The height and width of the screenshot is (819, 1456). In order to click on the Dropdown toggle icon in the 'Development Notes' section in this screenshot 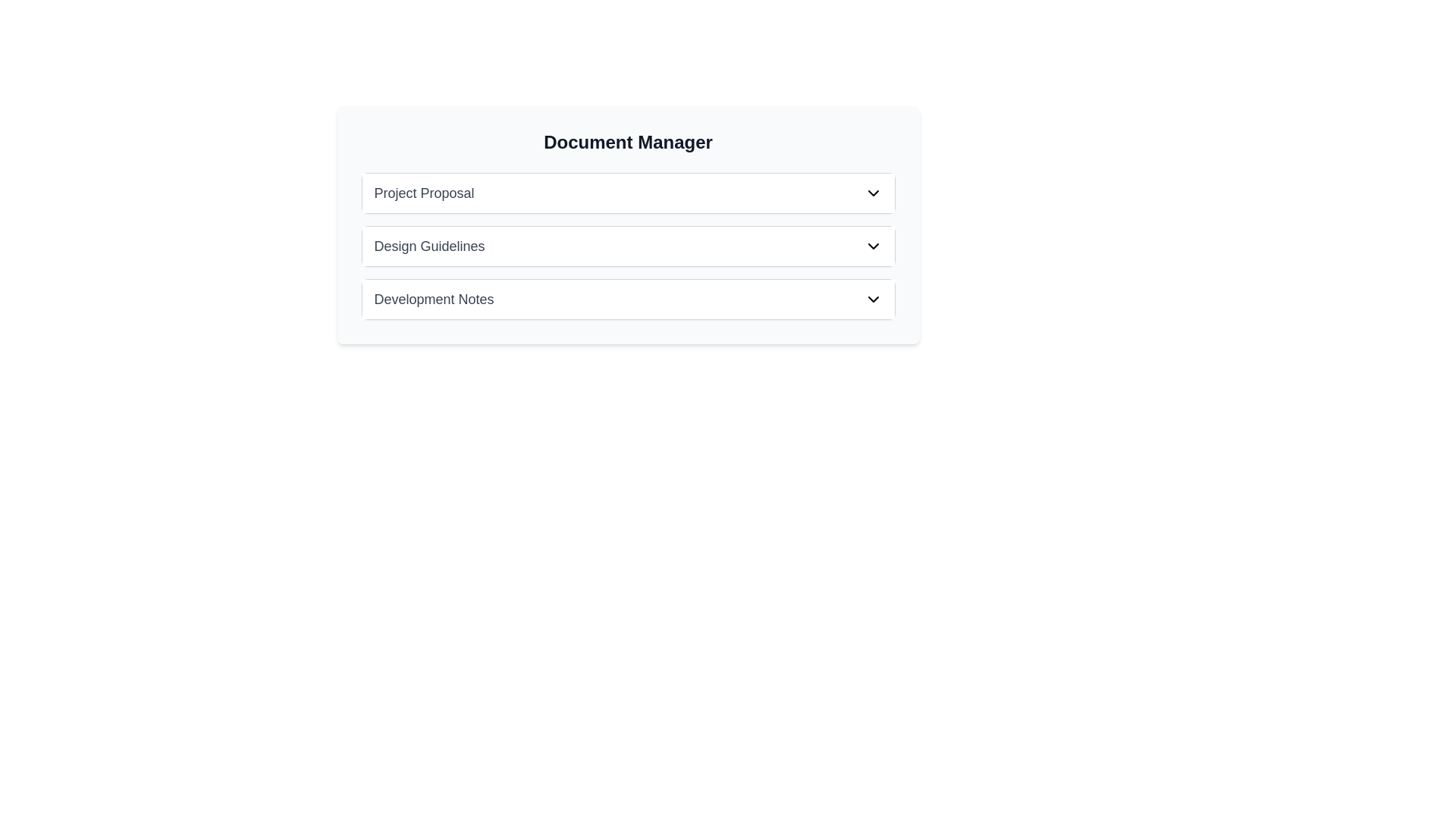, I will do `click(873, 299)`.